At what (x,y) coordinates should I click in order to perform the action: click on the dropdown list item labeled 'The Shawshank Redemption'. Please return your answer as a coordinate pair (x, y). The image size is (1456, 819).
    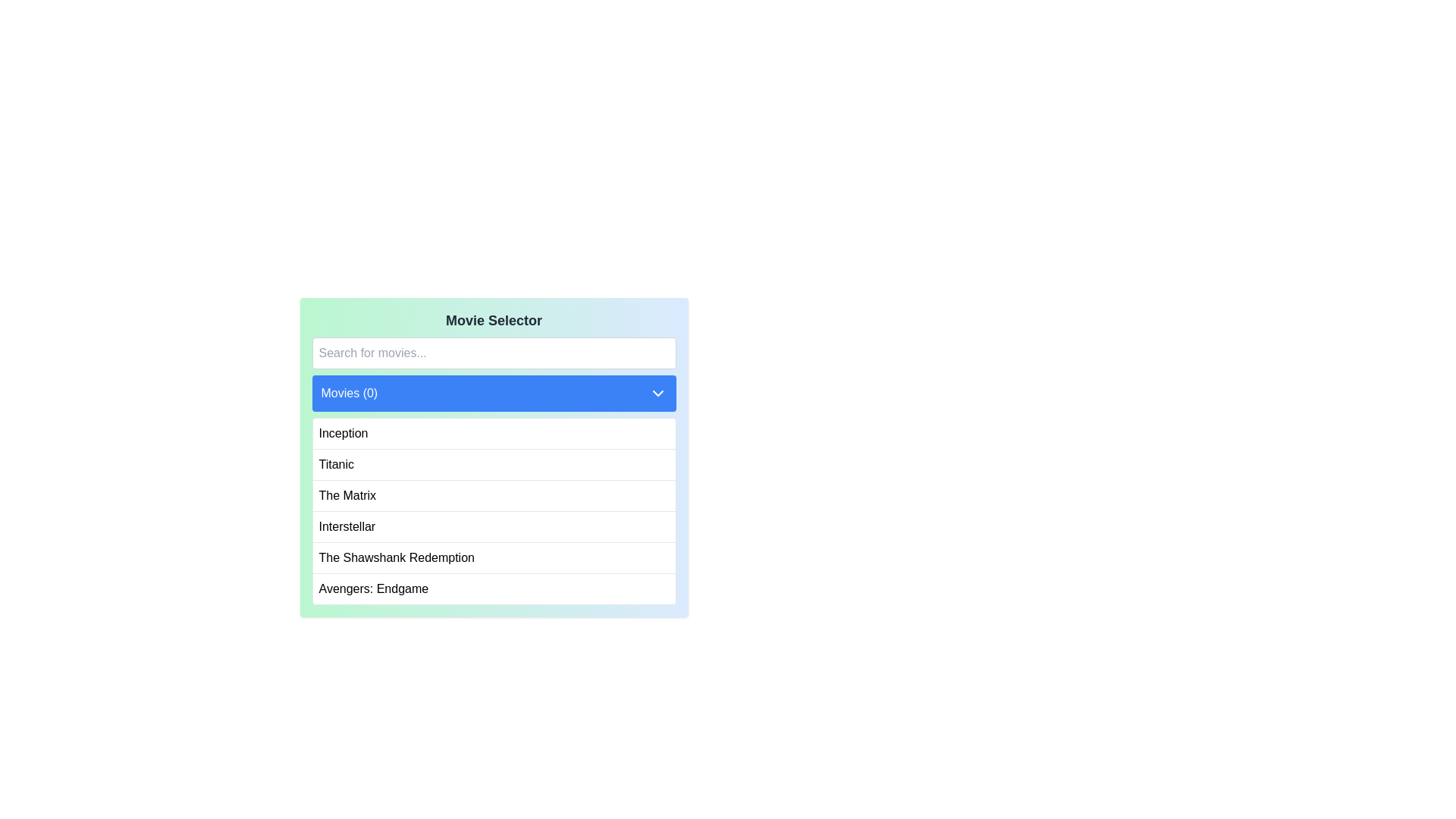
    Looking at the image, I should click on (397, 558).